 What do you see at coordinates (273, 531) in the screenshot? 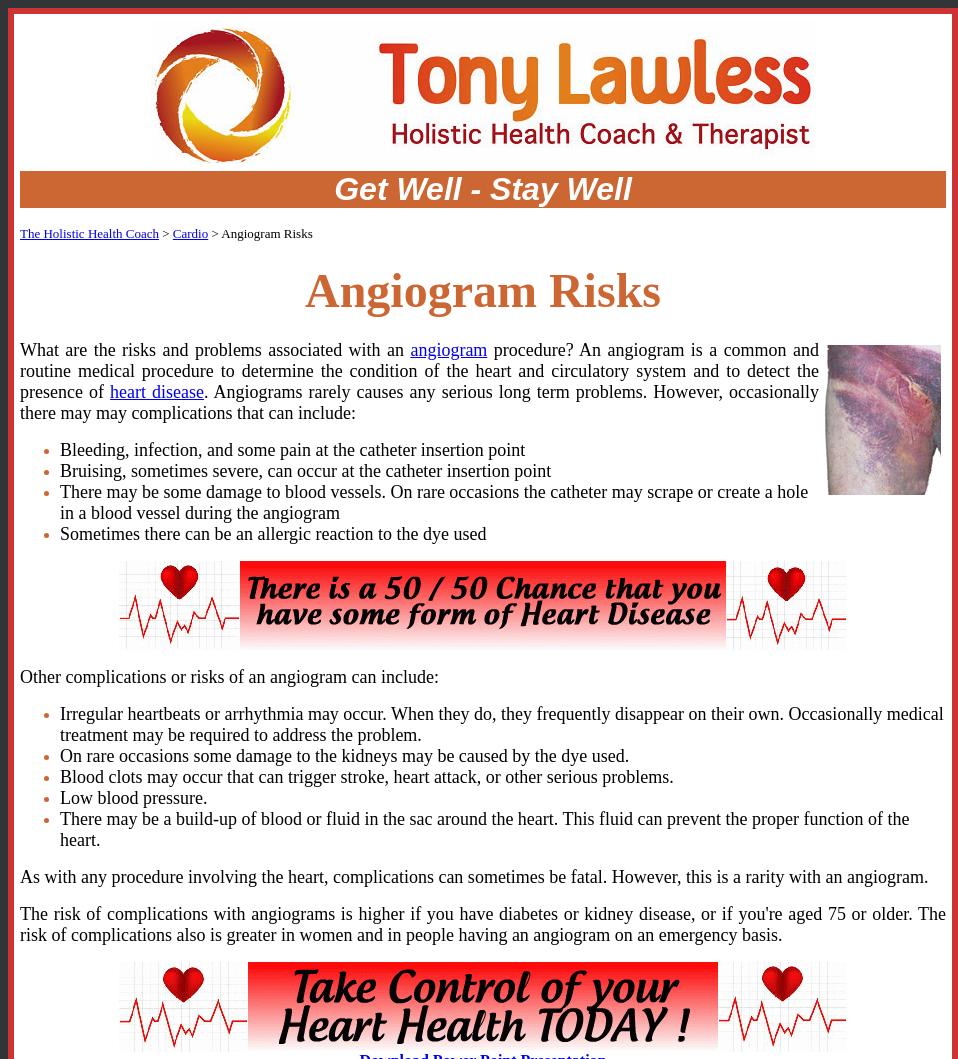
I see `'Sometimes there can 
          be an allergic reaction to the dye used'` at bounding box center [273, 531].